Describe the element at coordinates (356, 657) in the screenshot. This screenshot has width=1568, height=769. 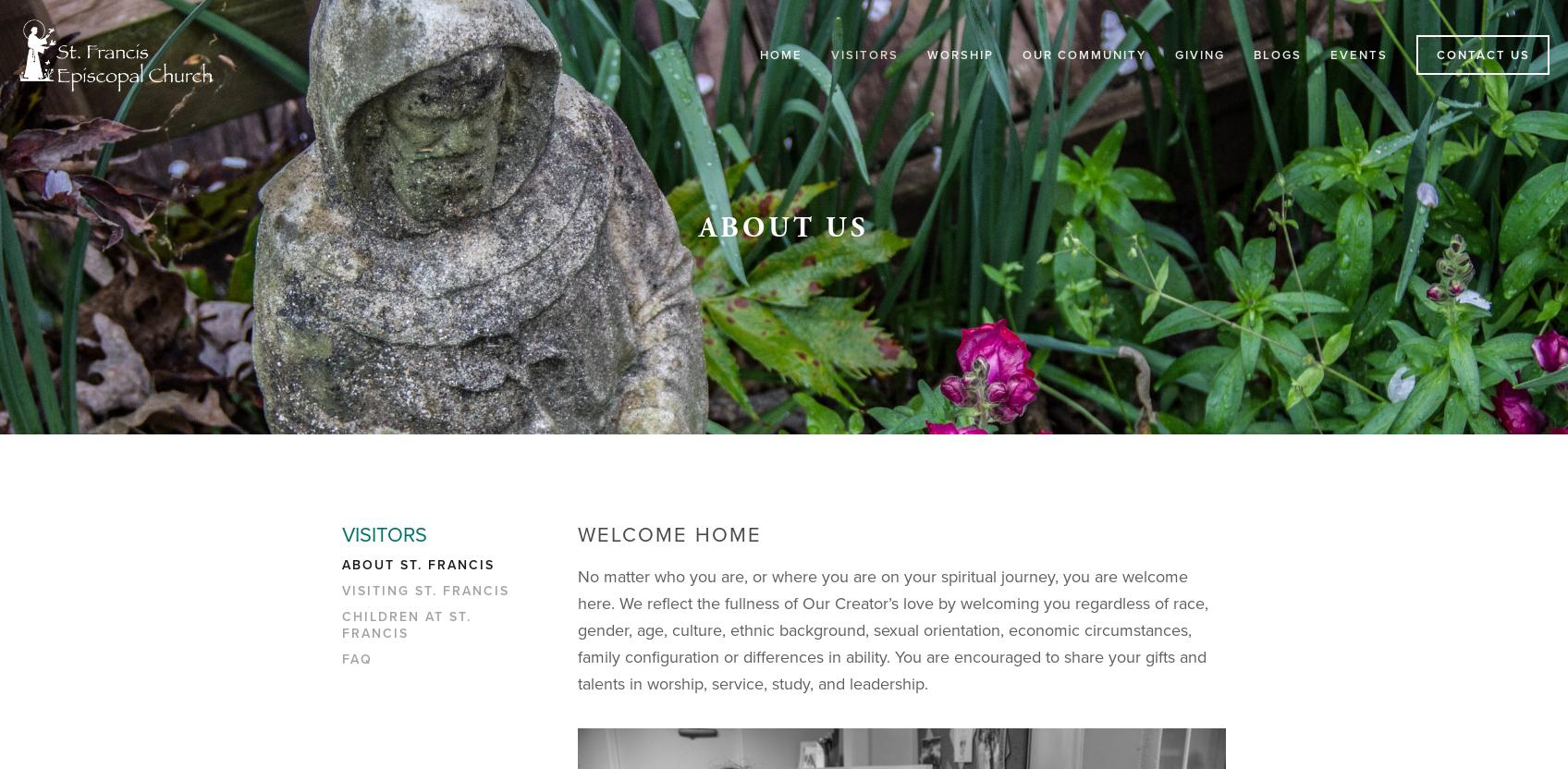
I see `'FAQ'` at that location.